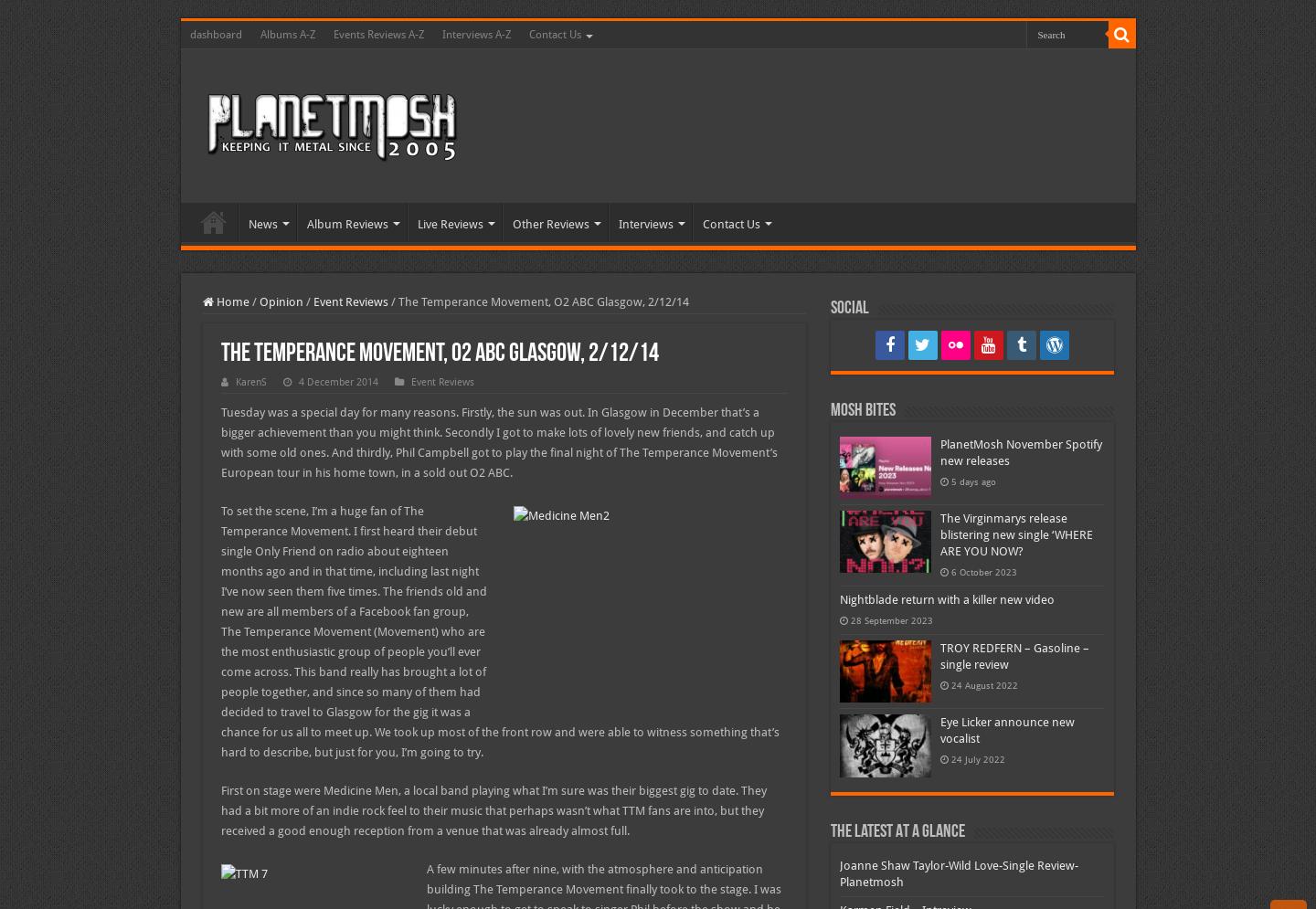 This screenshot has width=1316, height=909. What do you see at coordinates (229, 301) in the screenshot?
I see `'Home'` at bounding box center [229, 301].